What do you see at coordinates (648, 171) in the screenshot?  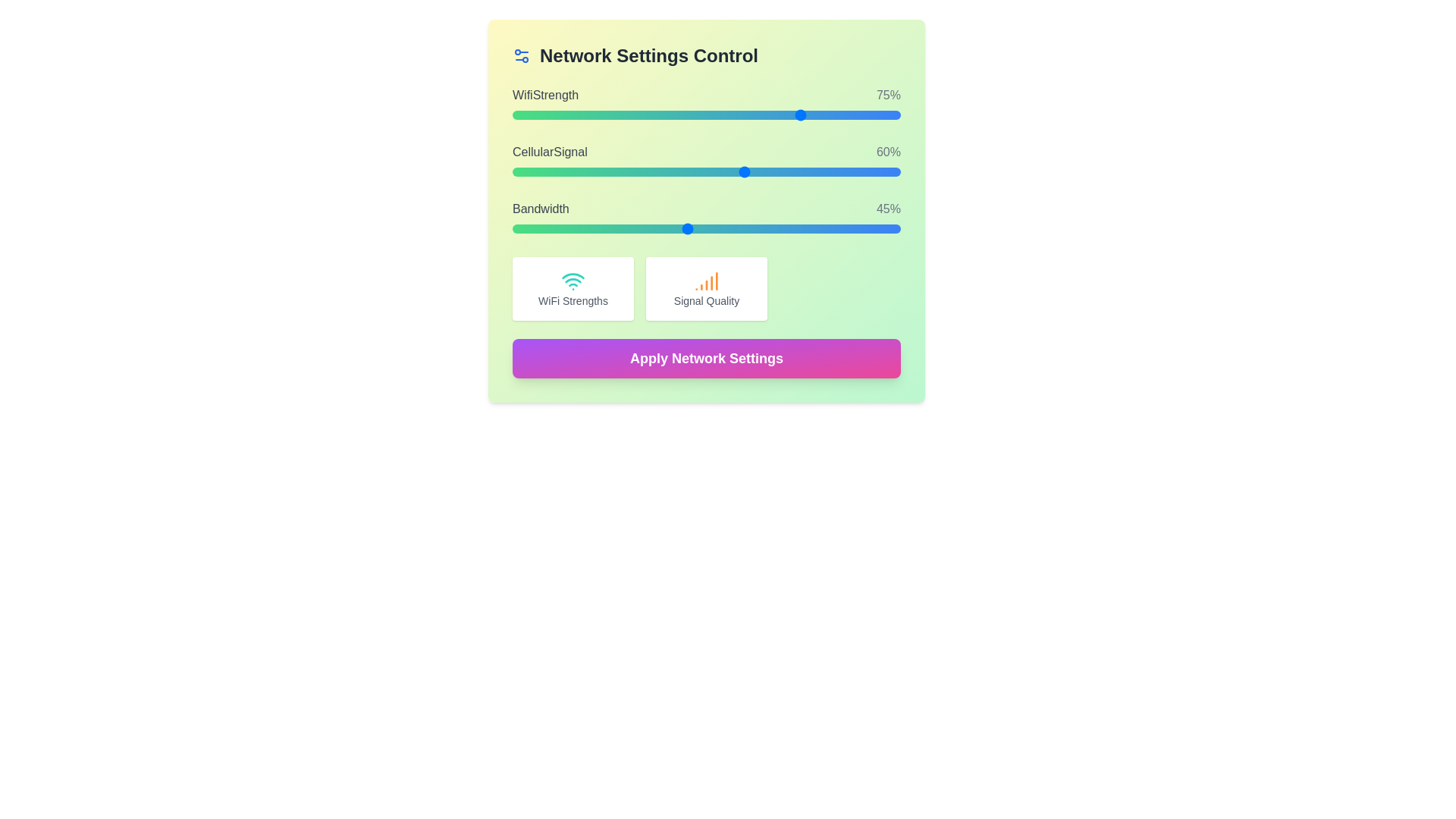 I see `the Cellular Signal slider` at bounding box center [648, 171].